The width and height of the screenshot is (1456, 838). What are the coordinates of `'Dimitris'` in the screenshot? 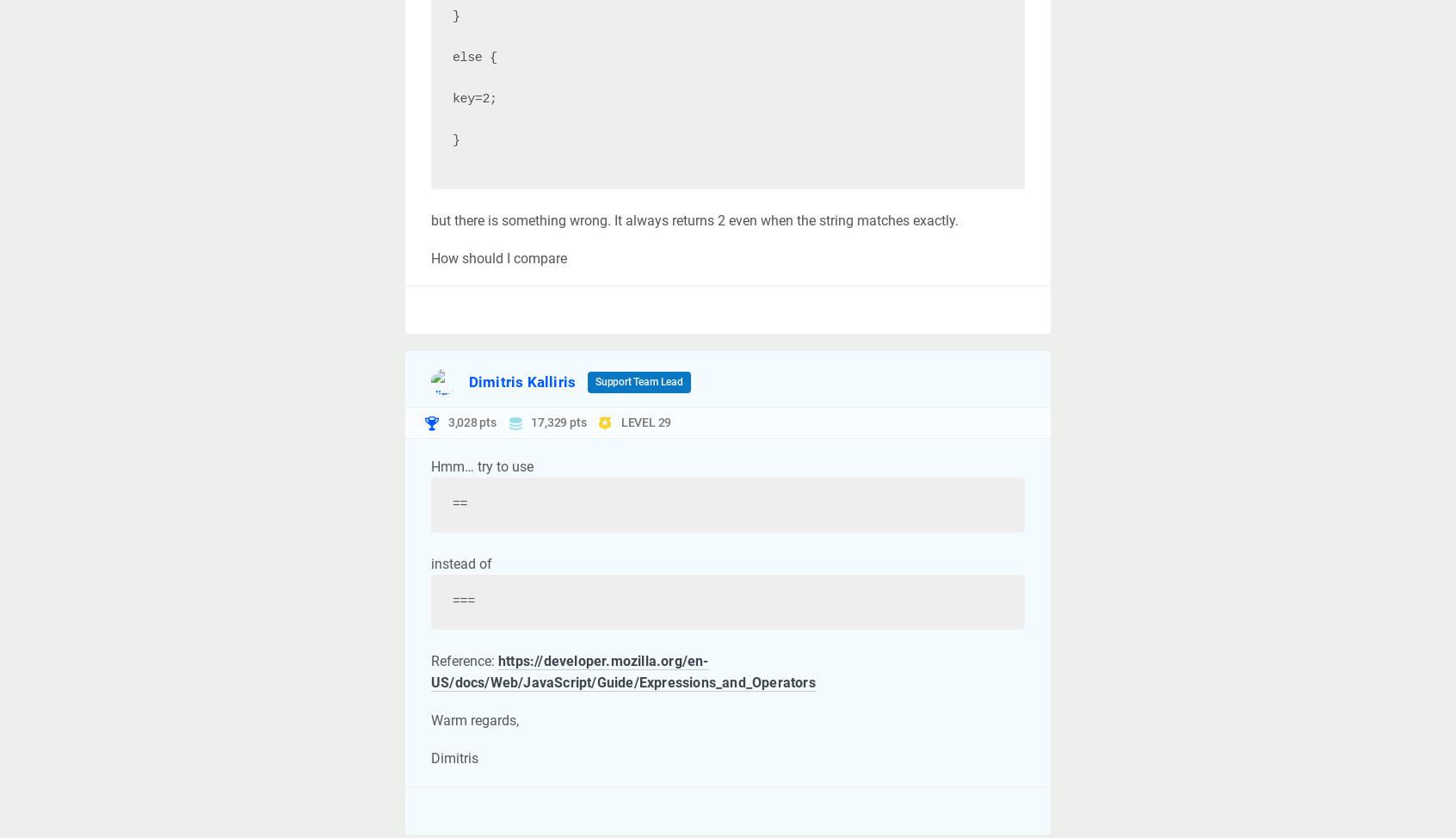 It's located at (431, 758).